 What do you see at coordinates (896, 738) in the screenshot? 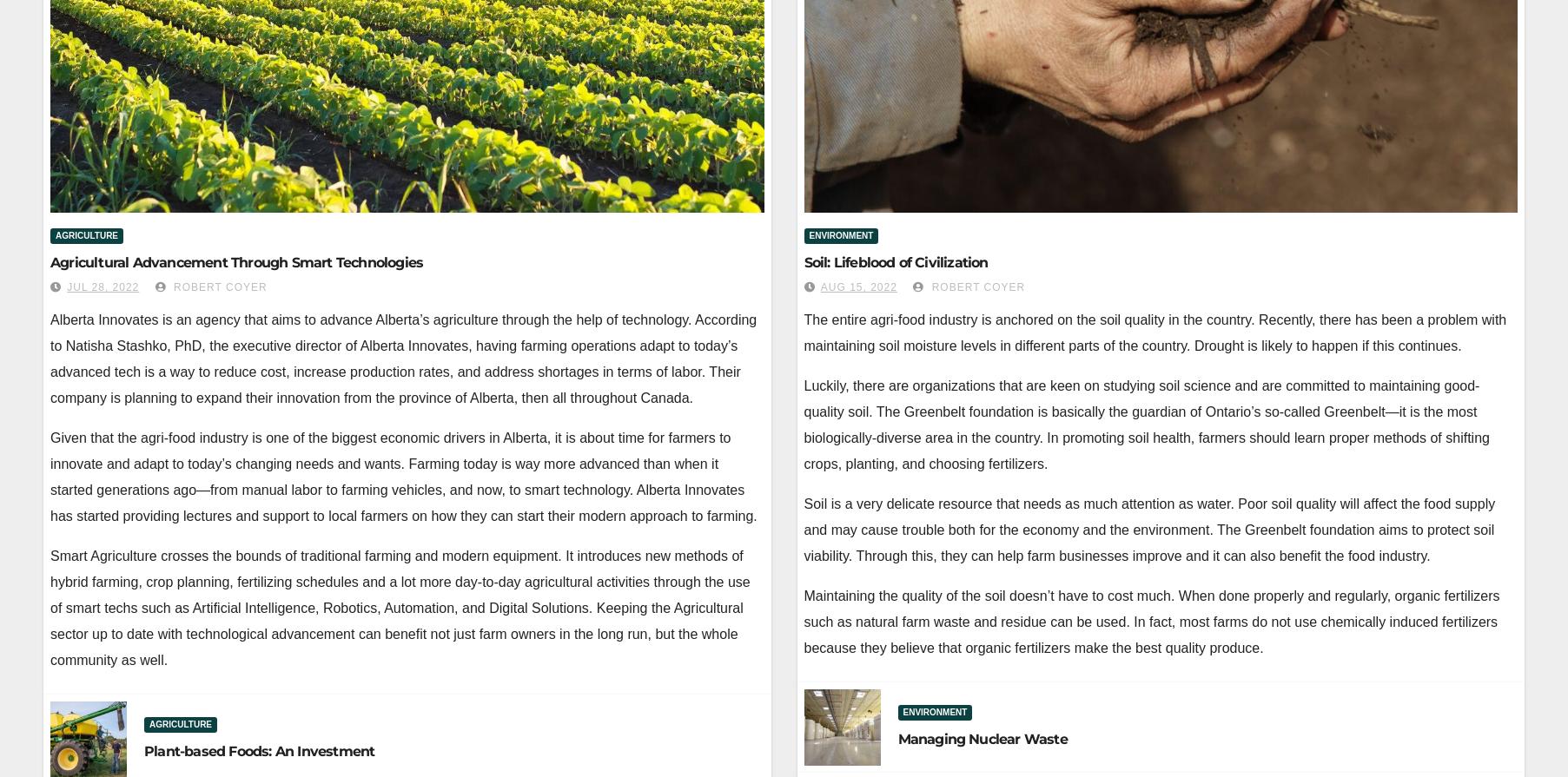
I see `'Managing Nuclear Waste'` at bounding box center [896, 738].